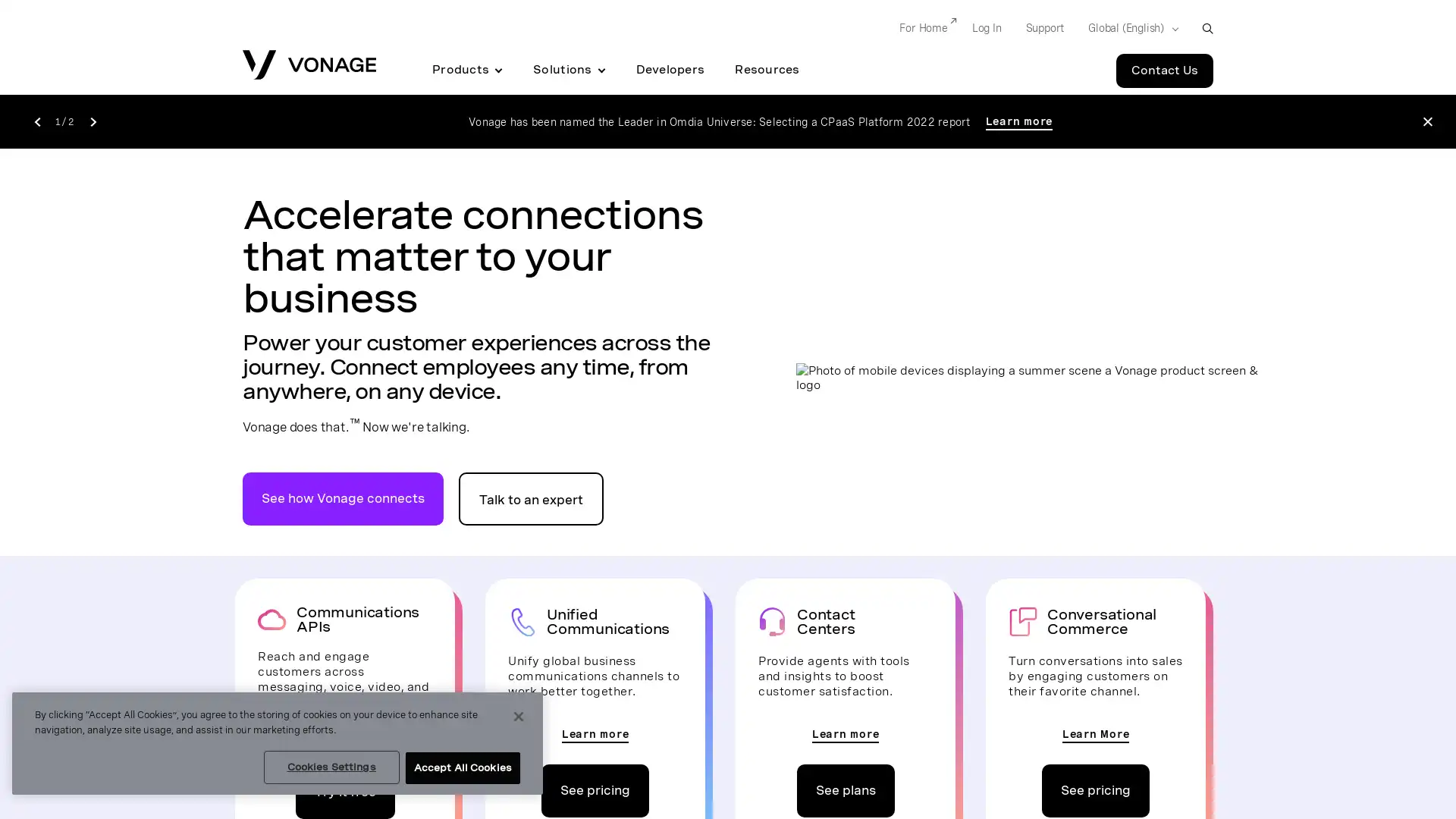 The width and height of the screenshot is (1456, 819). I want to click on Go to the next announcement, so click(92, 120).